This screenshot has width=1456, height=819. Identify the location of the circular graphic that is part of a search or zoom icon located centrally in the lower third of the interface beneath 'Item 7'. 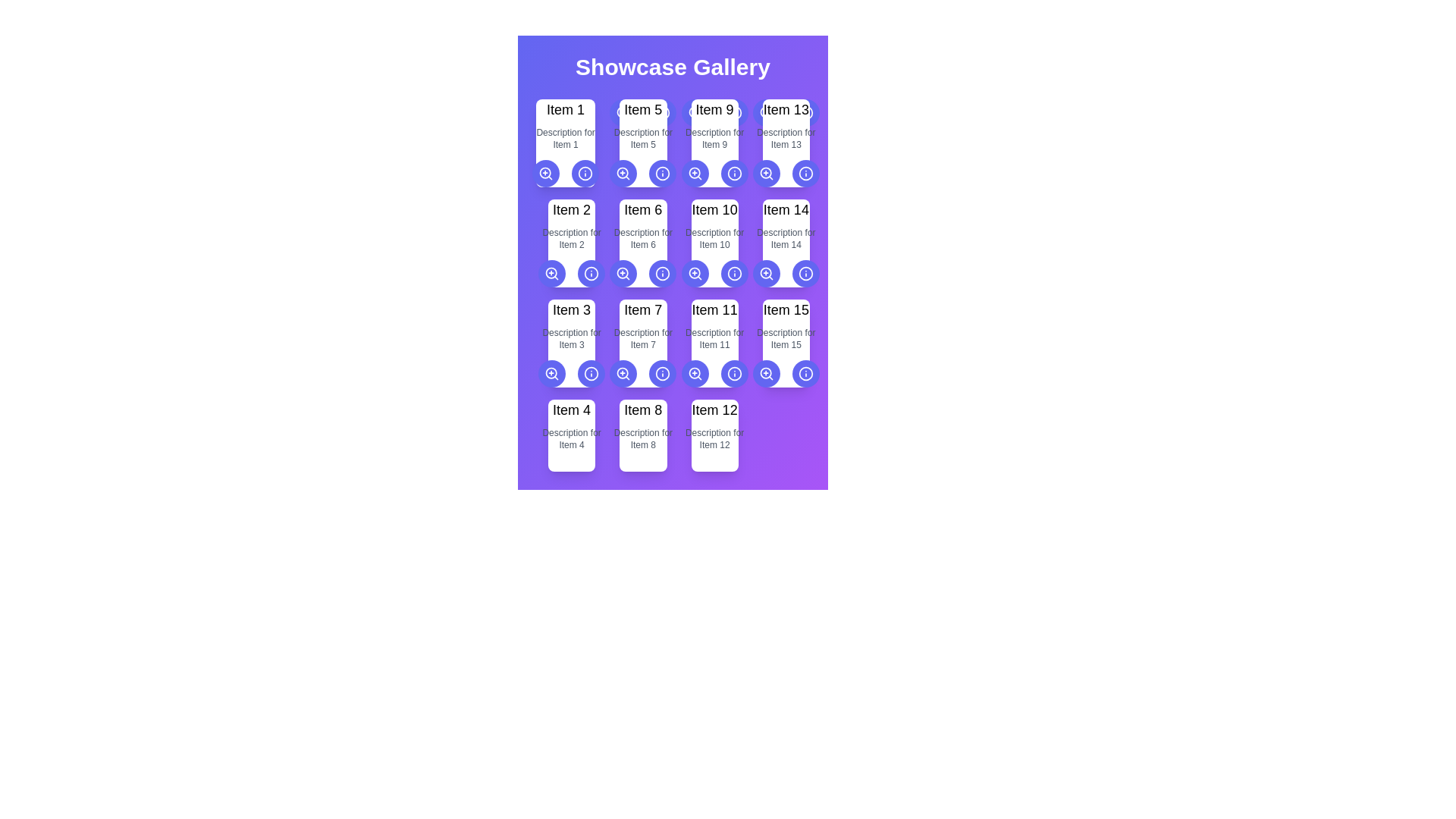
(623, 373).